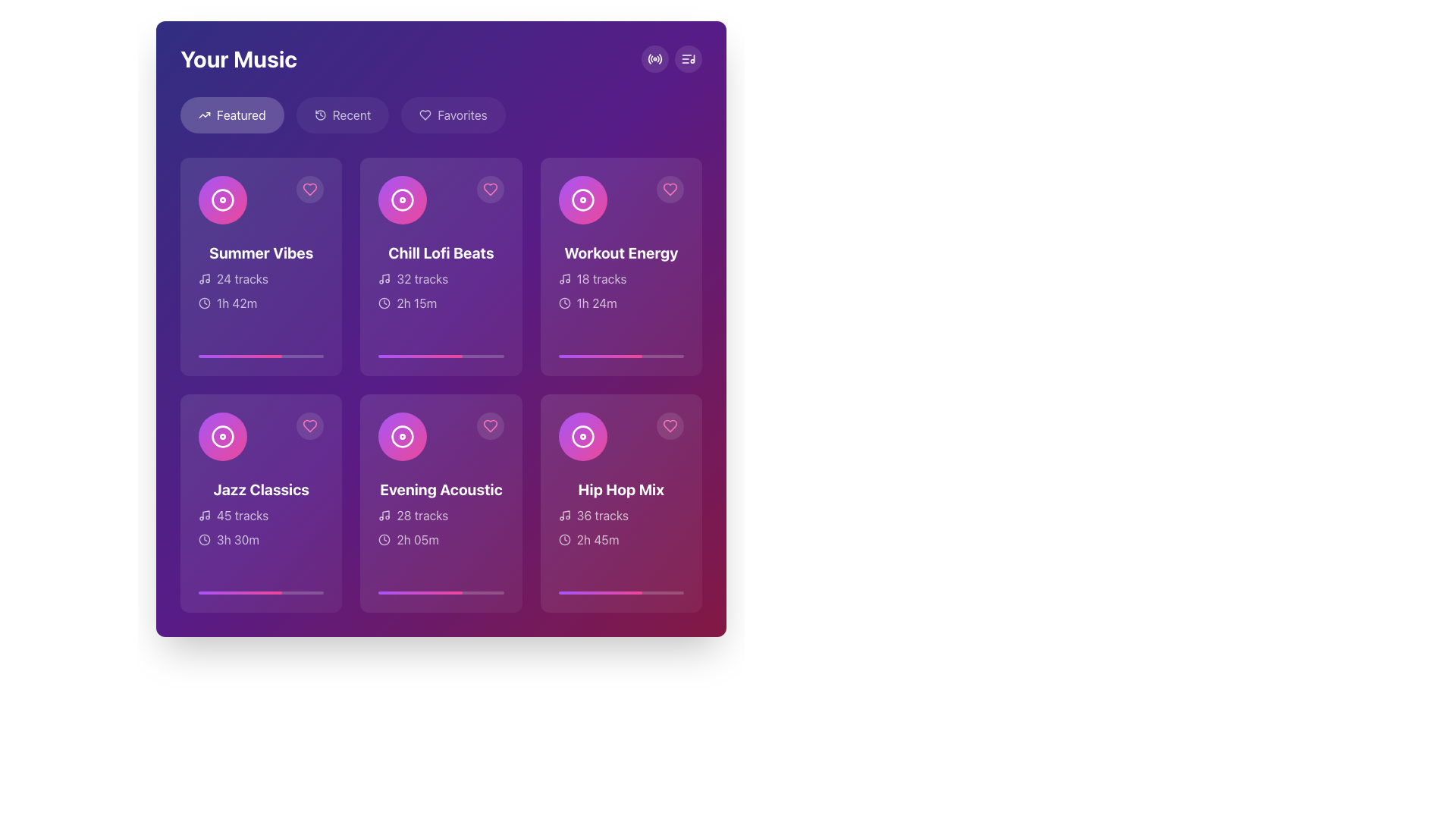  Describe the element at coordinates (261, 278) in the screenshot. I see `the Information card element displaying 'Summer Vibes' with the description '24 tracks' and duration '1h 42m', located in the top row of the 'Your Music' section` at that location.